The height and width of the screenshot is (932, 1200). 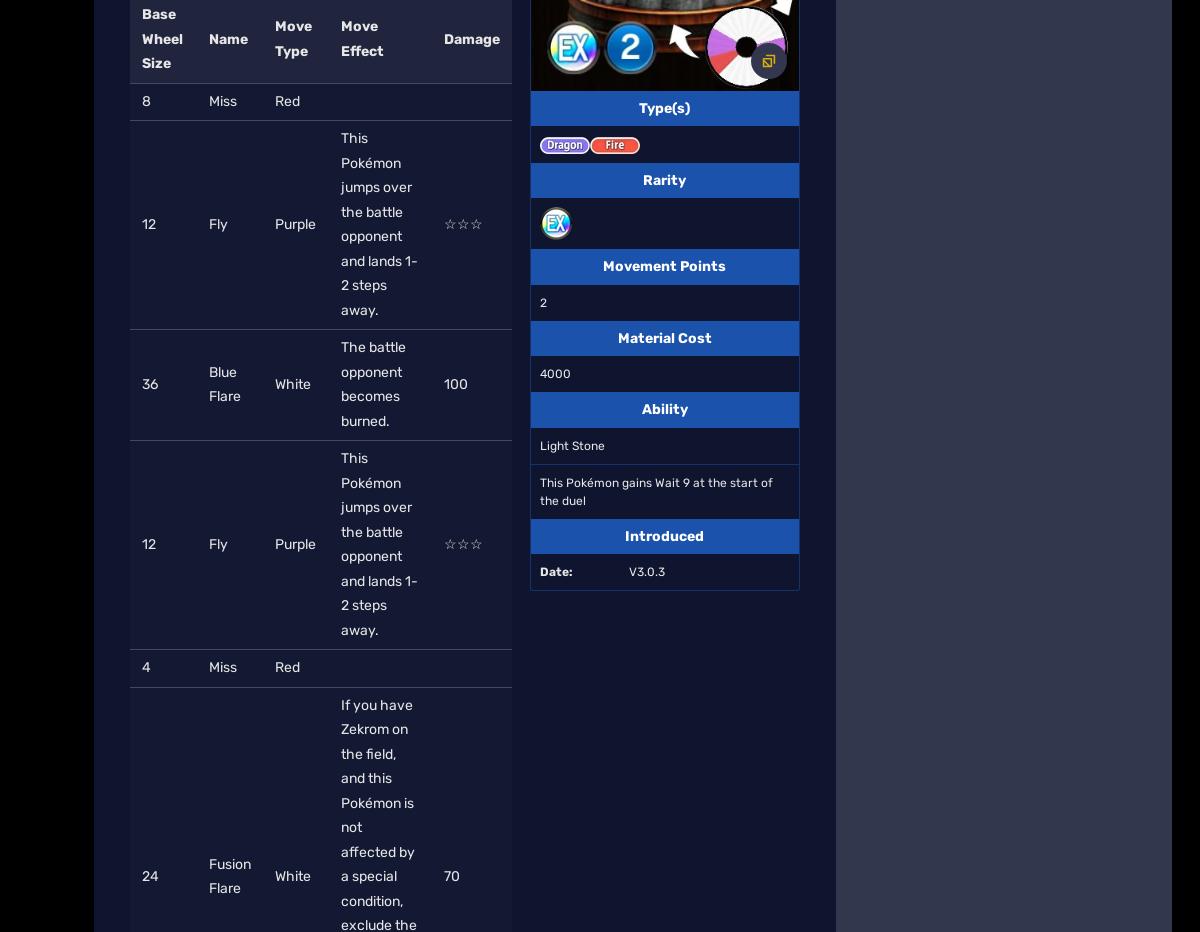 I want to click on 'Local Sitemap', so click(x=392, y=468).